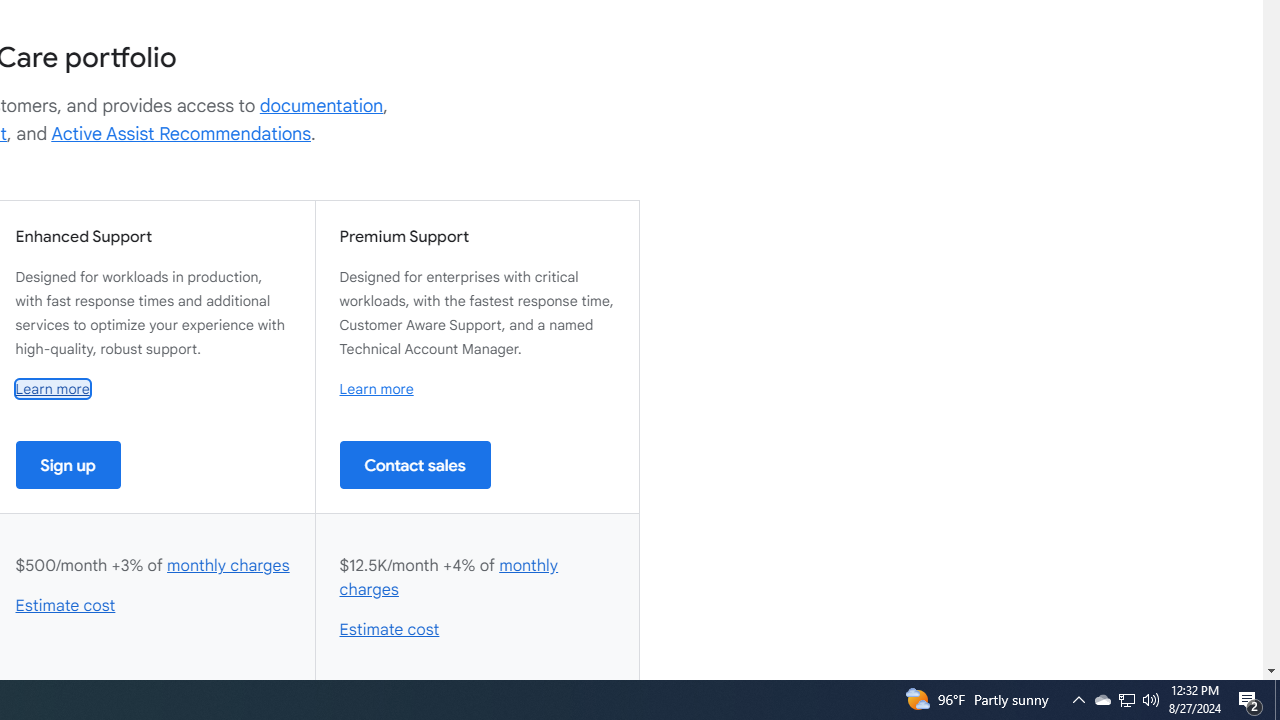 Image resolution: width=1280 pixels, height=720 pixels. What do you see at coordinates (181, 133) in the screenshot?
I see `'Active Assist Recommendations'` at bounding box center [181, 133].